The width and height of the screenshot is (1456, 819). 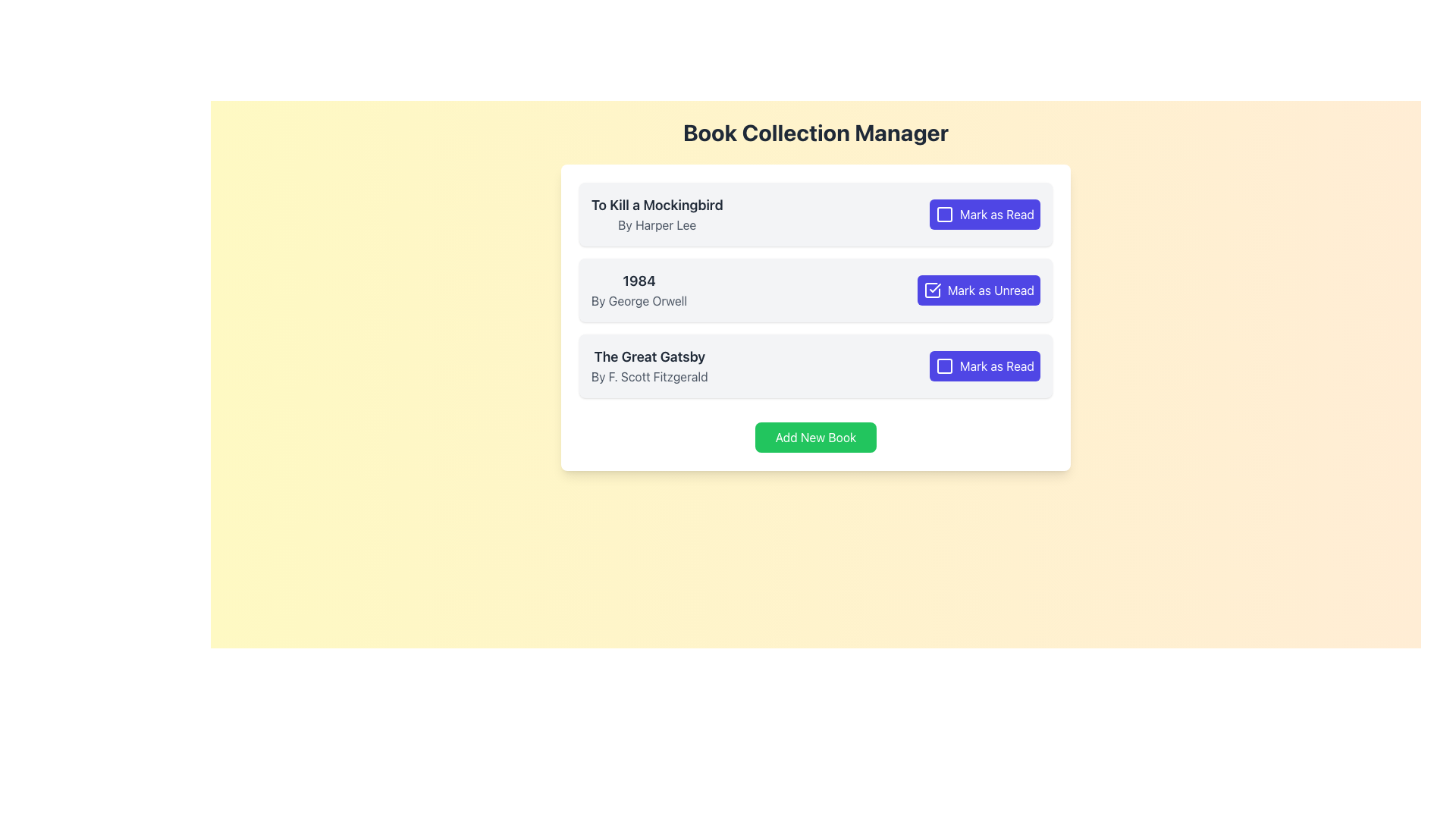 I want to click on the second book entry in the list, which has a button, so click(x=814, y=290).